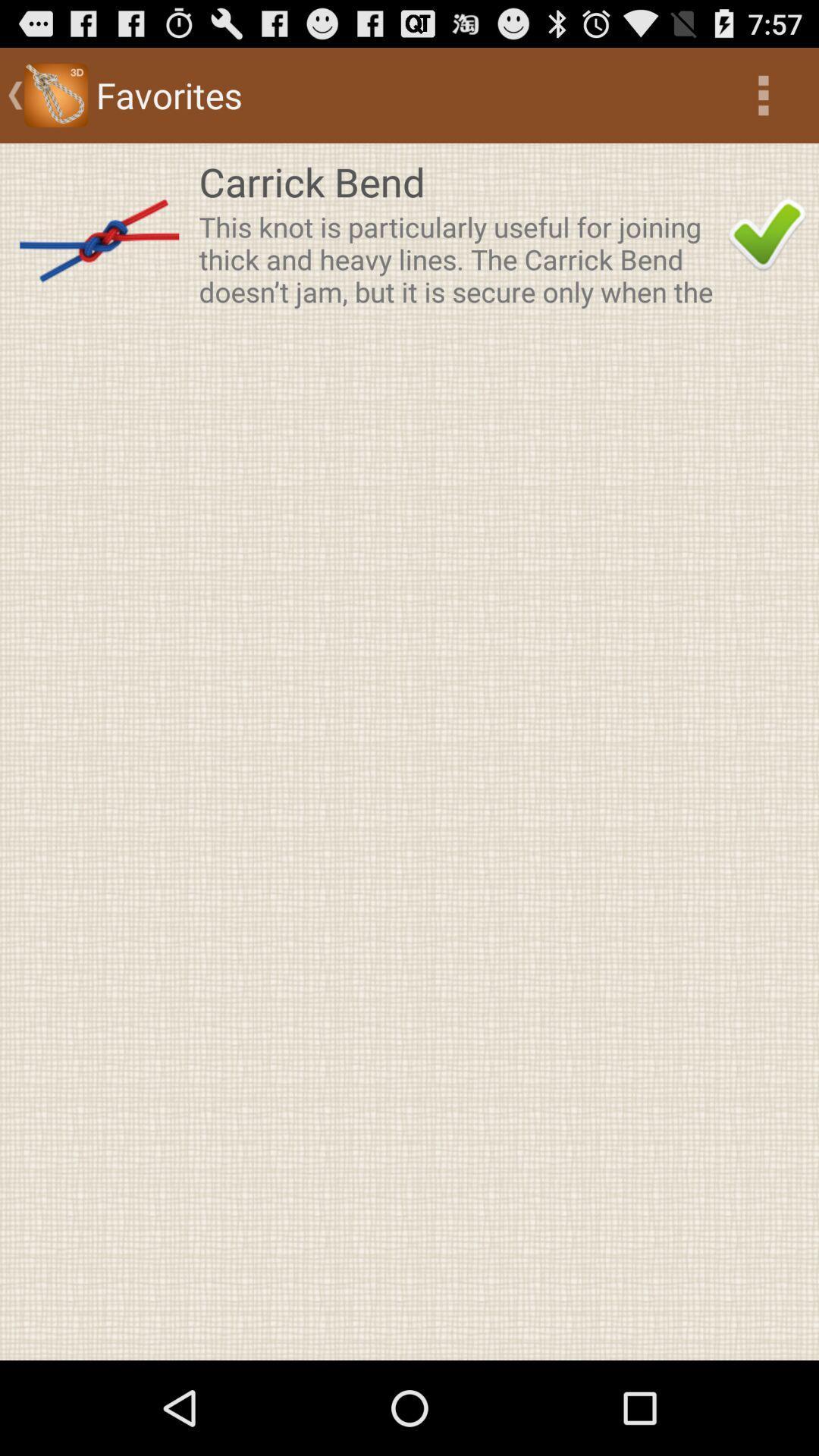 The width and height of the screenshot is (819, 1456). Describe the element at coordinates (763, 94) in the screenshot. I see `the icon to the right of favorites` at that location.